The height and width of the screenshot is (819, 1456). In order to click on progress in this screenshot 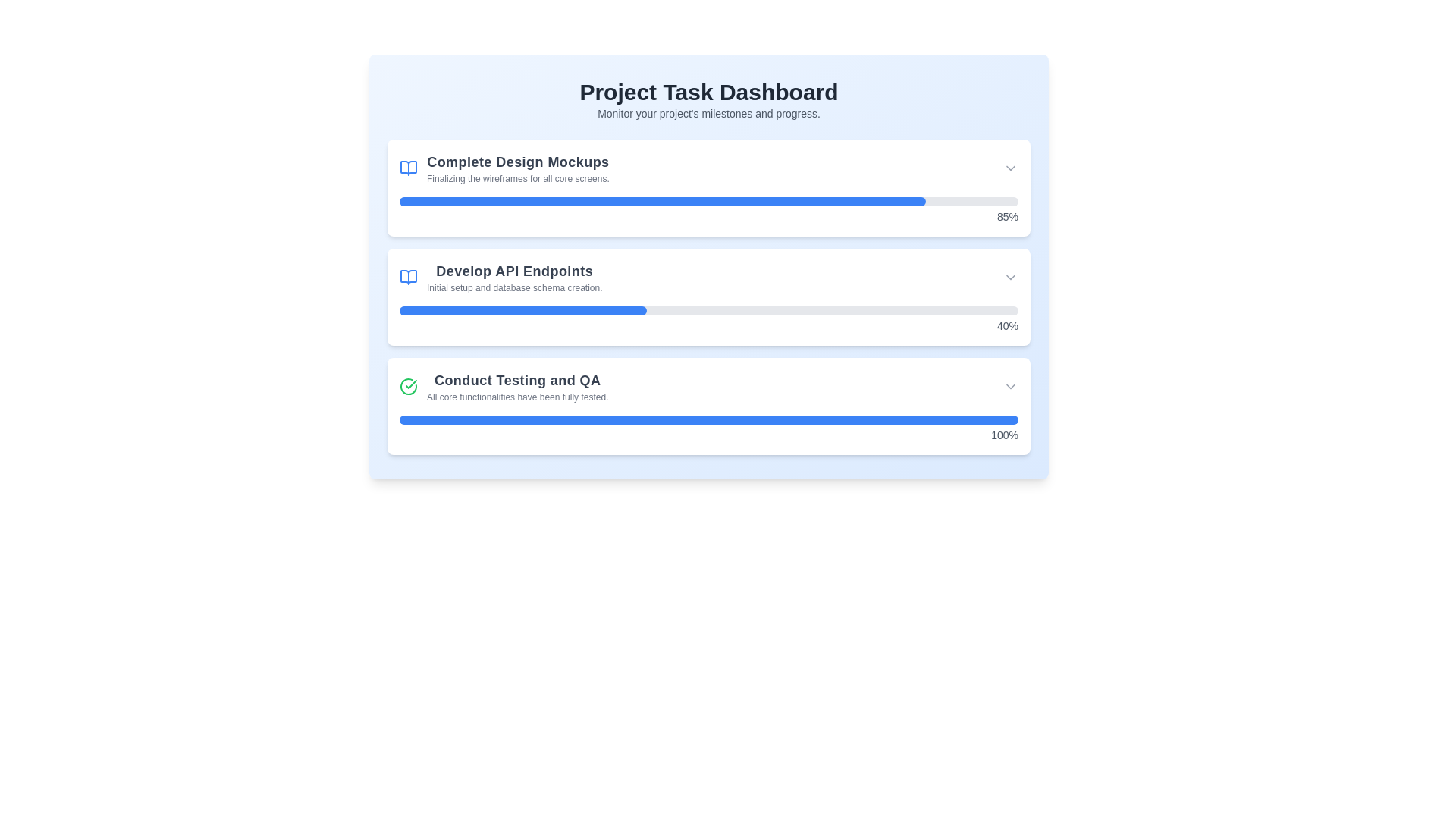, I will do `click(752, 309)`.